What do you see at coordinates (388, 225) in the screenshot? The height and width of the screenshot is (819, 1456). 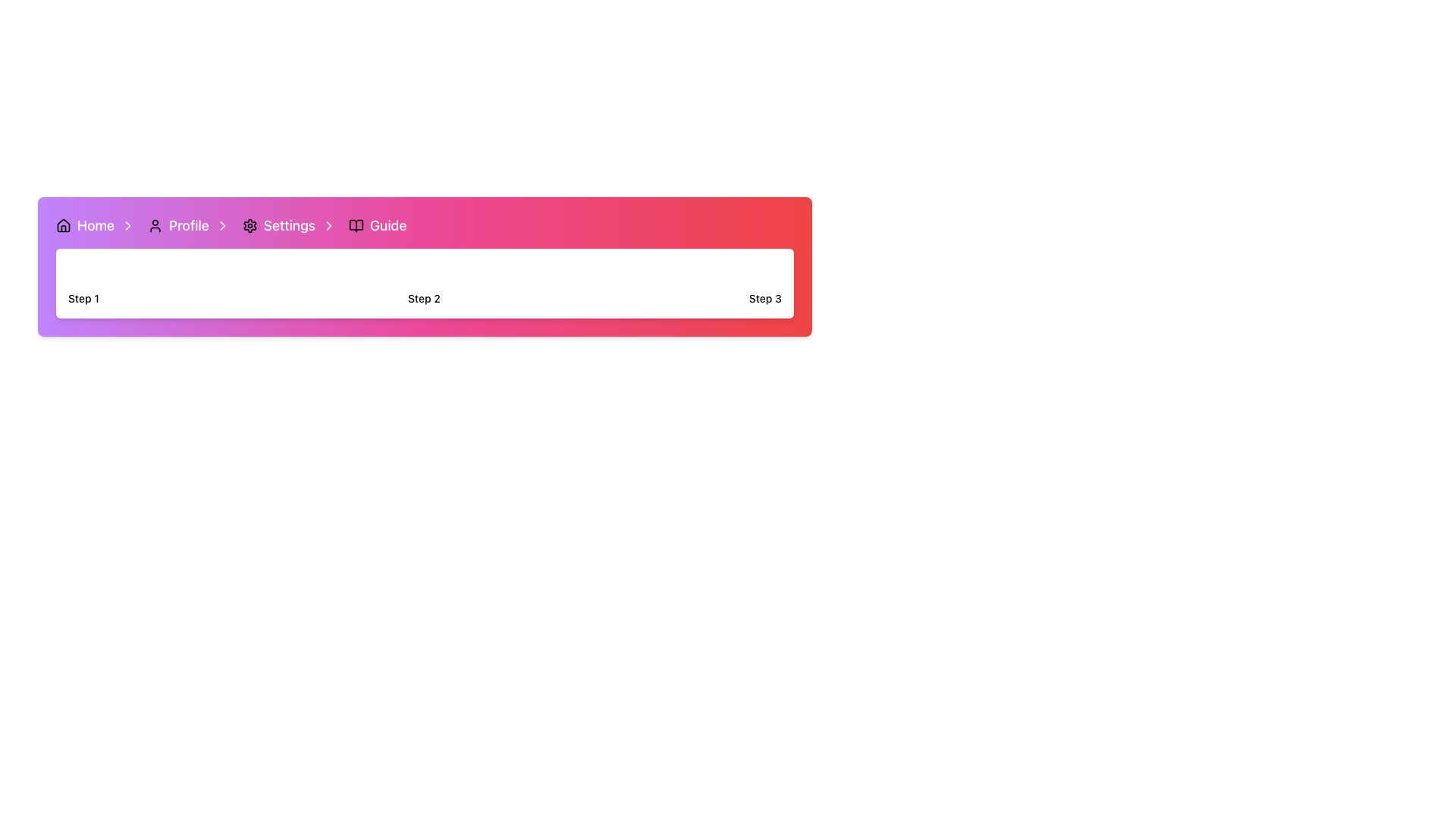 I see `the content of the Text Label located on the right side of the navigation bar, next to an open book icon` at bounding box center [388, 225].